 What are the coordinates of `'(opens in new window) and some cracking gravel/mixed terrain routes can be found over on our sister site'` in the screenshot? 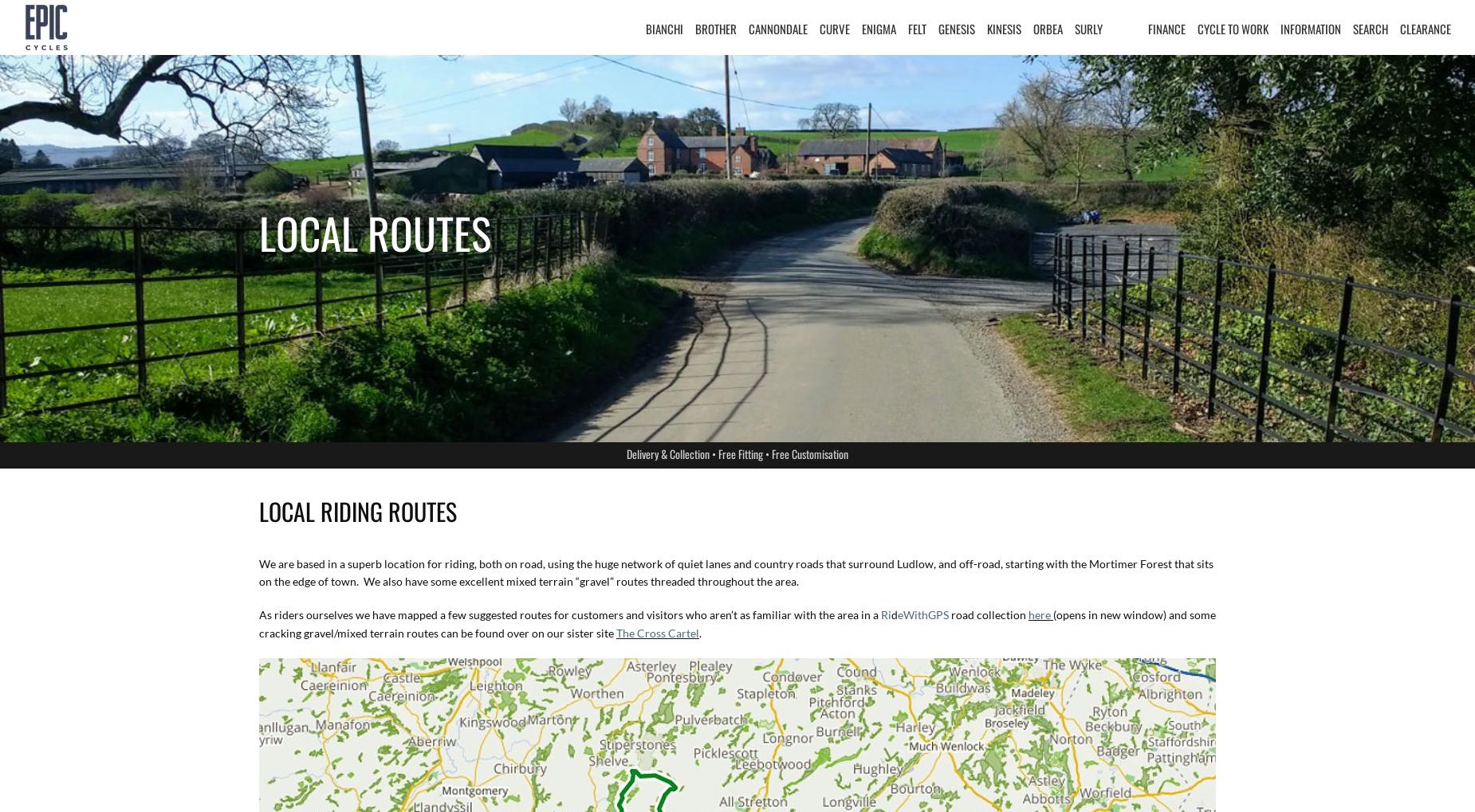 It's located at (258, 622).